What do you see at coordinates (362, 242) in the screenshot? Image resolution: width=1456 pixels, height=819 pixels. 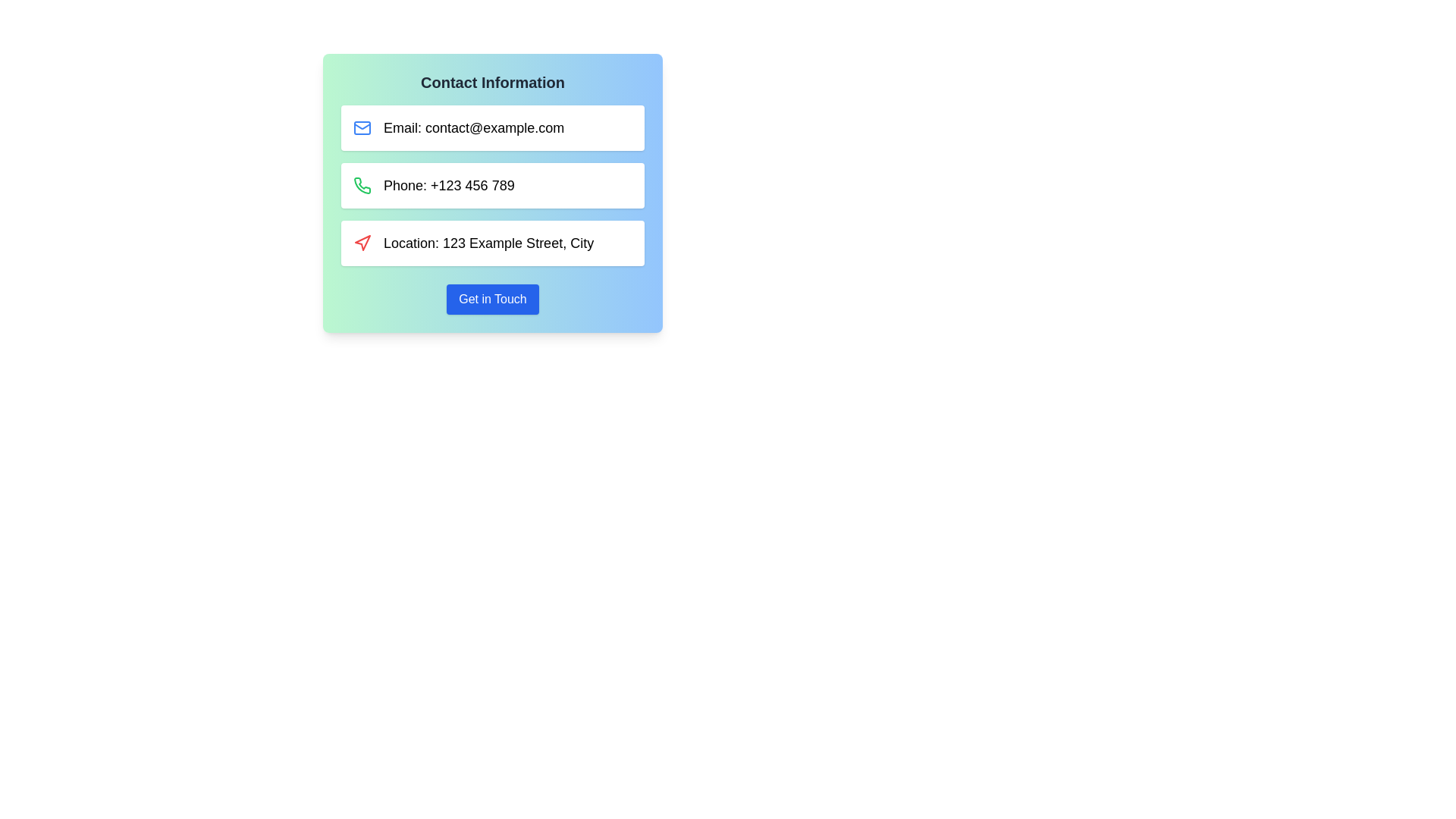 I see `the red navigation icon styled as an upward-pointing arrow, located directly to the left of the text 'Location: 123 Example Street, City'` at bounding box center [362, 242].